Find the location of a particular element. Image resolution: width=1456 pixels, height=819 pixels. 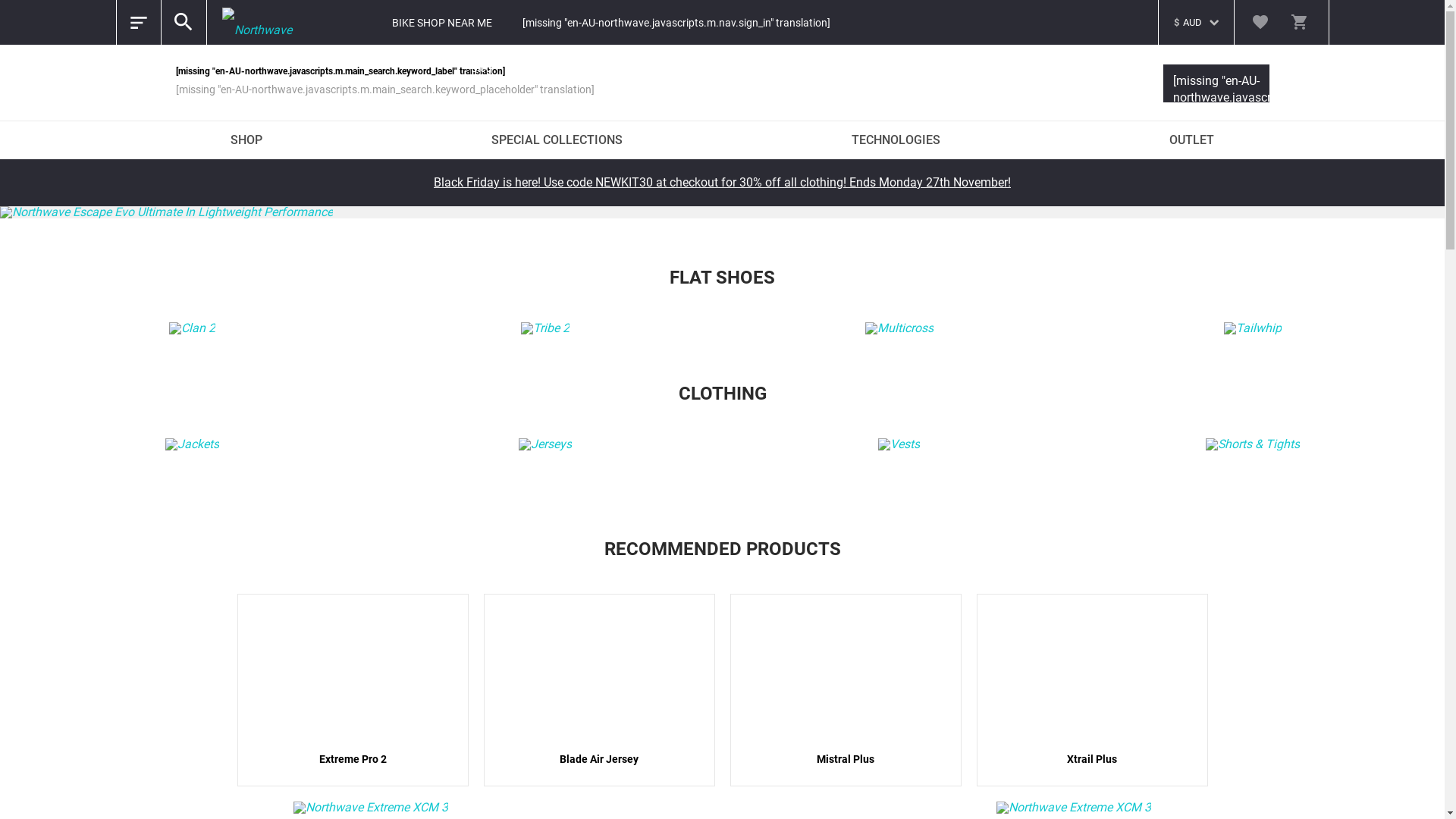

'Blade Air Jersey' is located at coordinates (598, 690).